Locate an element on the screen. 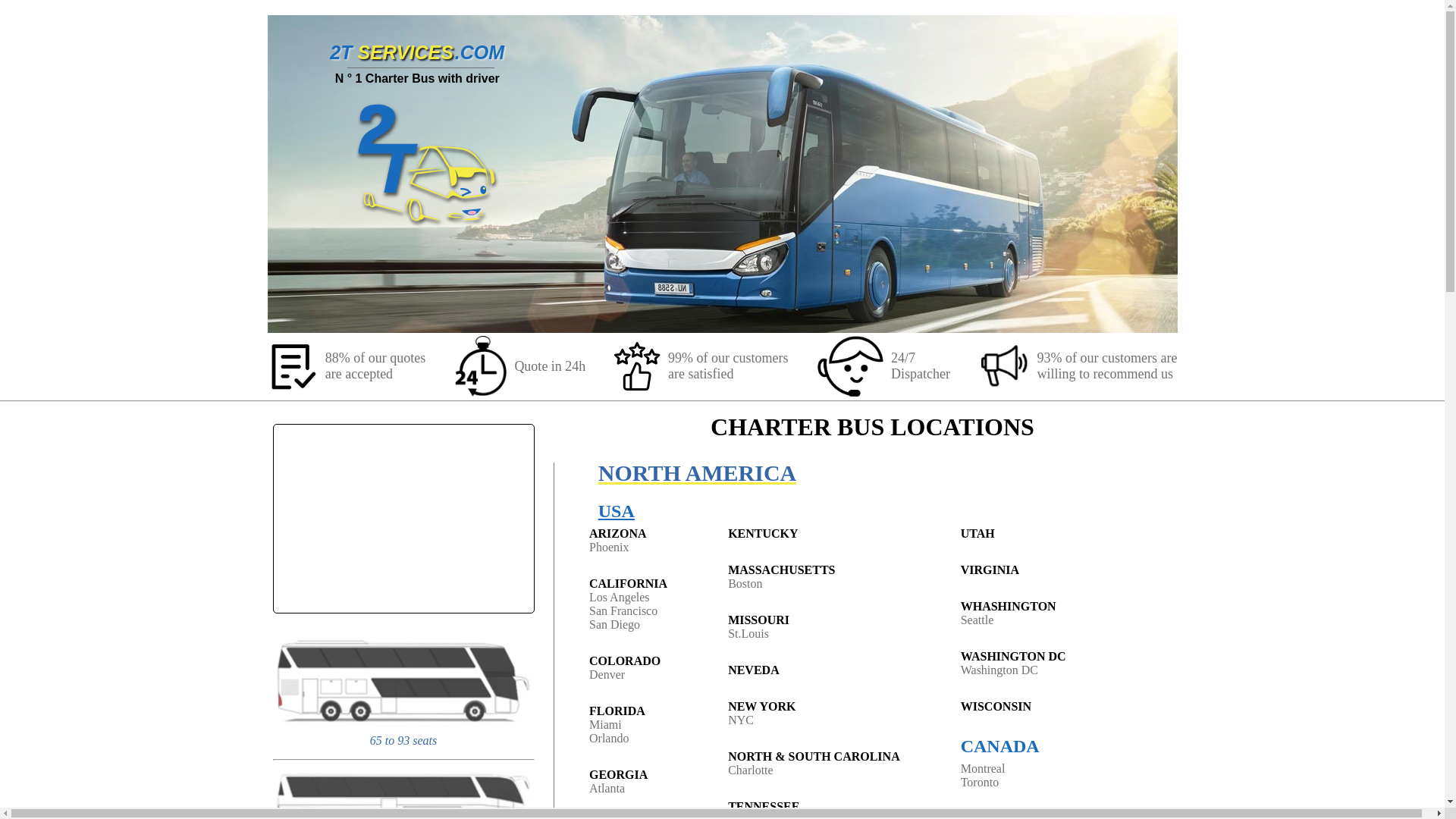  'UTAH' is located at coordinates (977, 532).